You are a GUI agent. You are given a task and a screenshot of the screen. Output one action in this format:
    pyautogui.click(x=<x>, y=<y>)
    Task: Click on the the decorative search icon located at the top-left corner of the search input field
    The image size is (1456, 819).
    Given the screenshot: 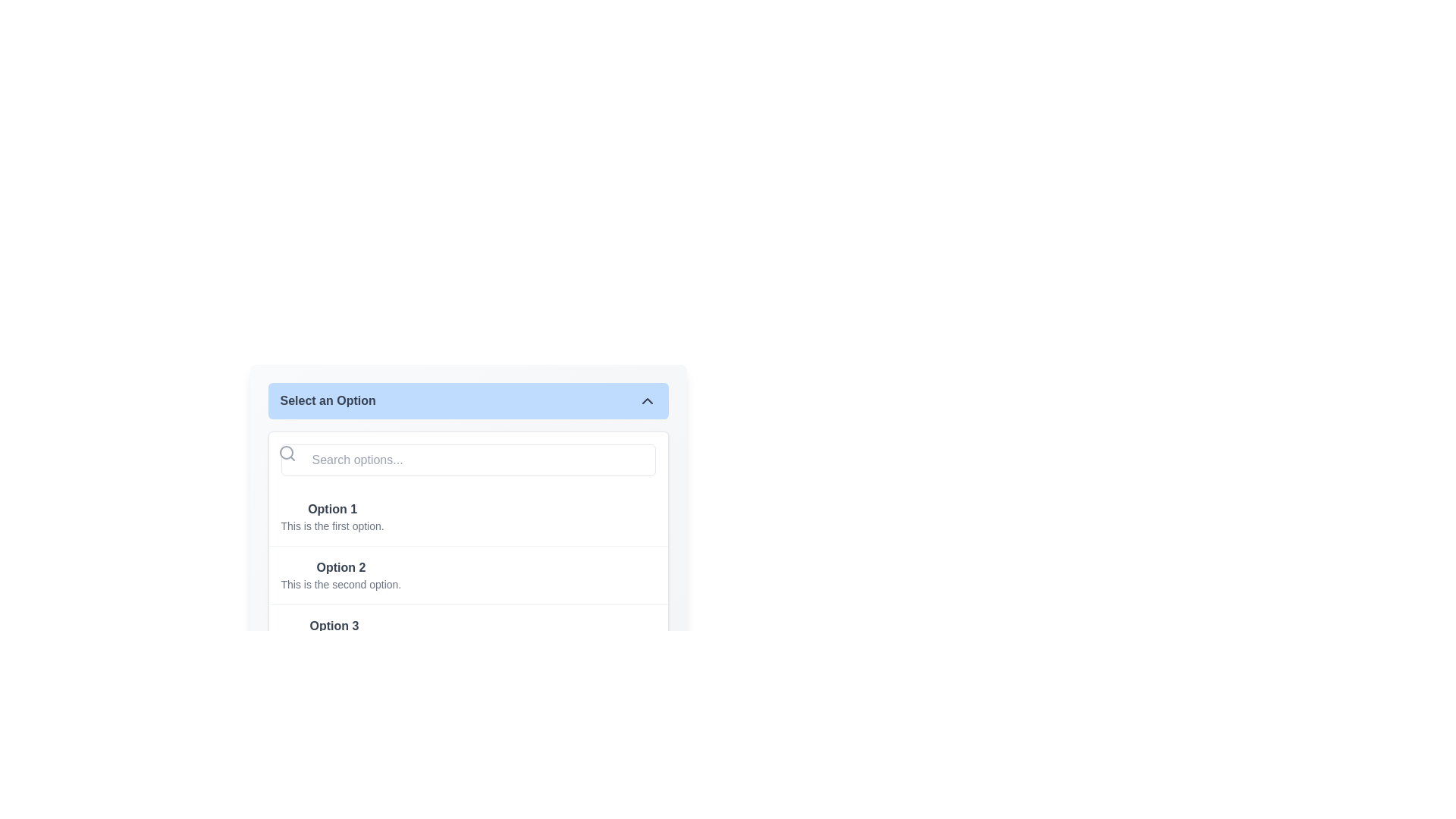 What is the action you would take?
    pyautogui.click(x=287, y=452)
    